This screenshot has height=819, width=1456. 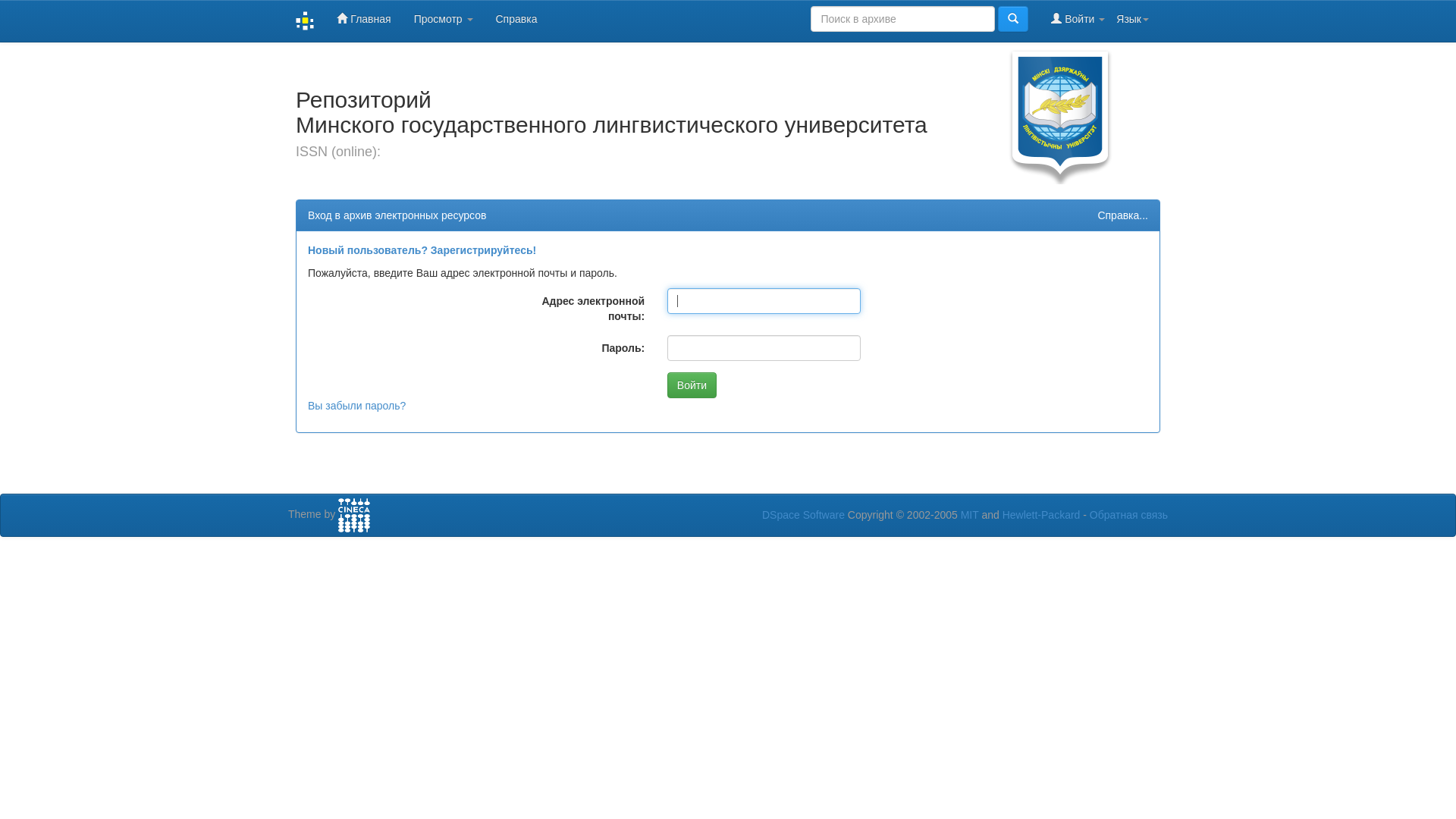 What do you see at coordinates (968, 513) in the screenshot?
I see `'MIT'` at bounding box center [968, 513].